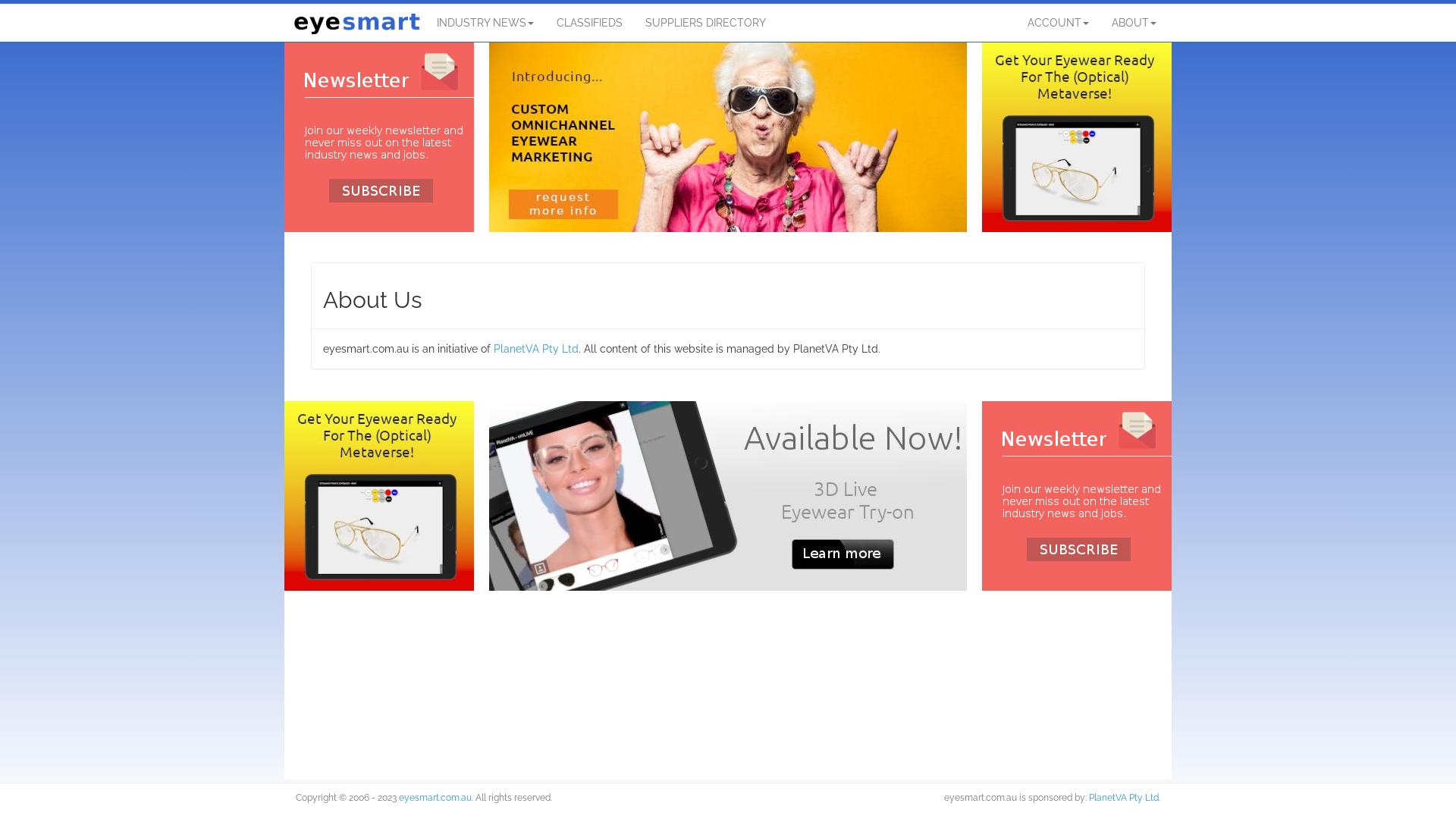 The height and width of the screenshot is (819, 1456). What do you see at coordinates (545, 23) in the screenshot?
I see `'CLASSIFIEDS'` at bounding box center [545, 23].